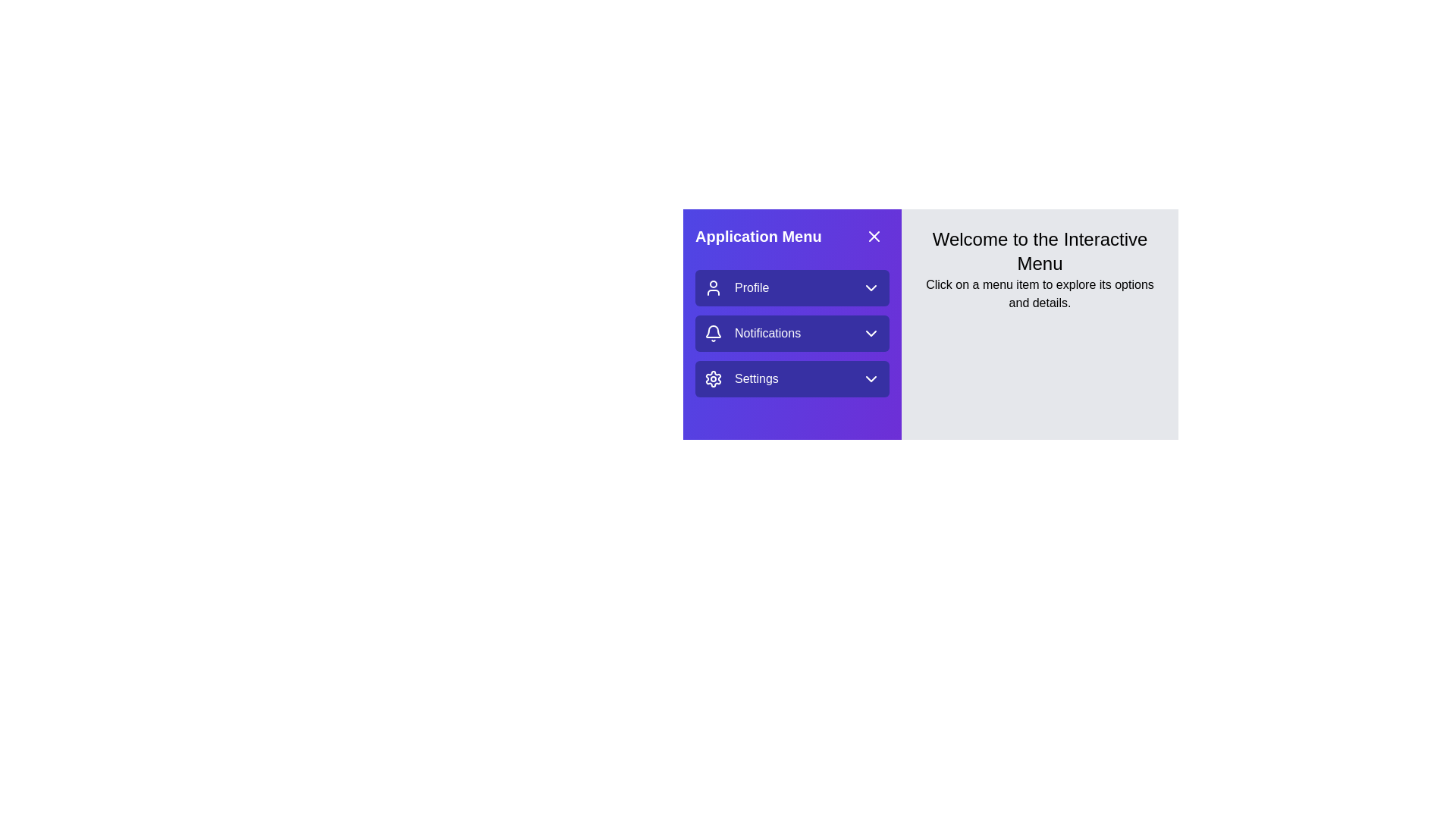 This screenshot has height=819, width=1456. I want to click on the icon at the far-right end of the 'Notifications' button, so click(871, 332).